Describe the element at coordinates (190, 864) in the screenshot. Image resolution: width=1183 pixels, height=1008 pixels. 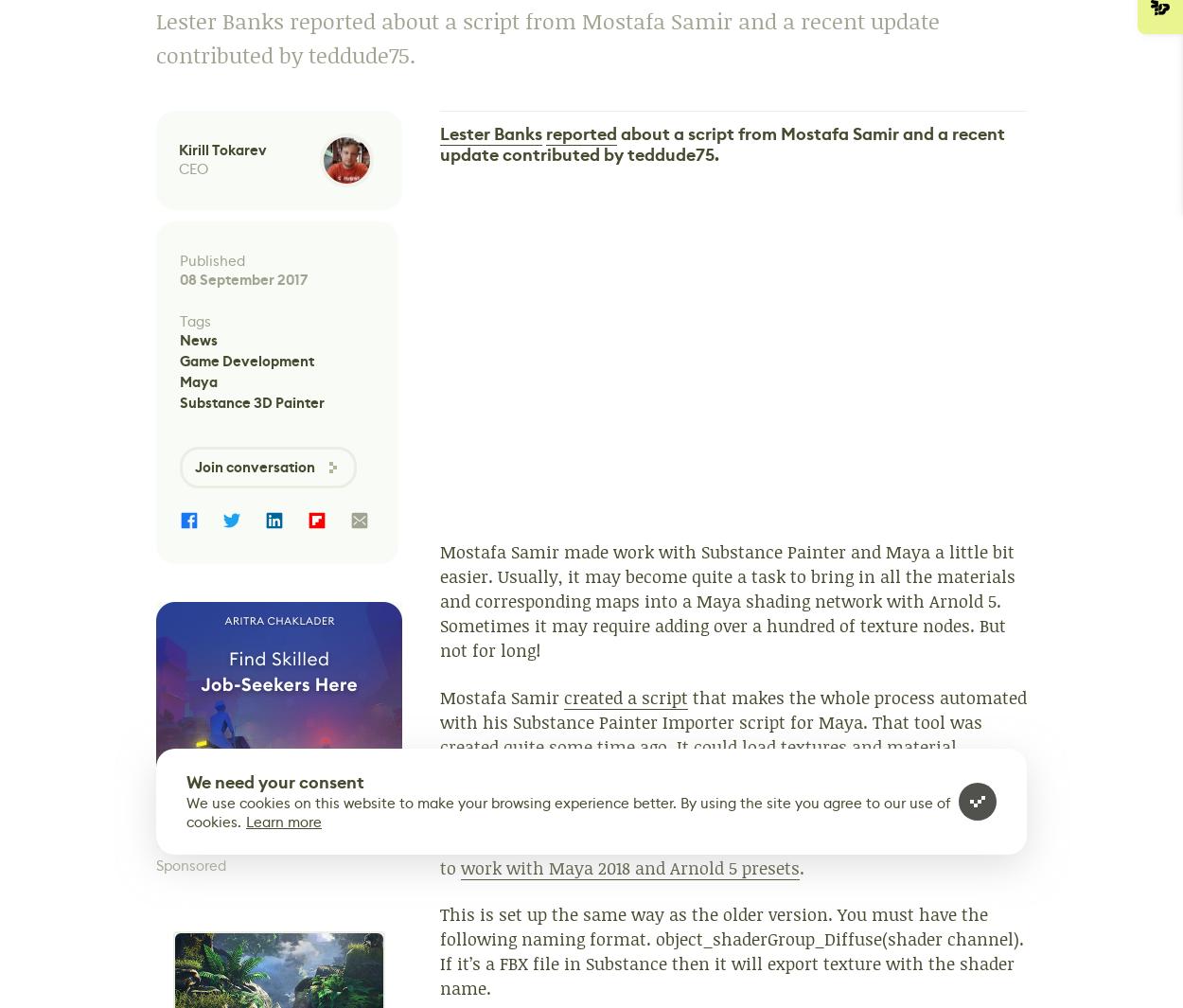
I see `'Sponsored'` at that location.